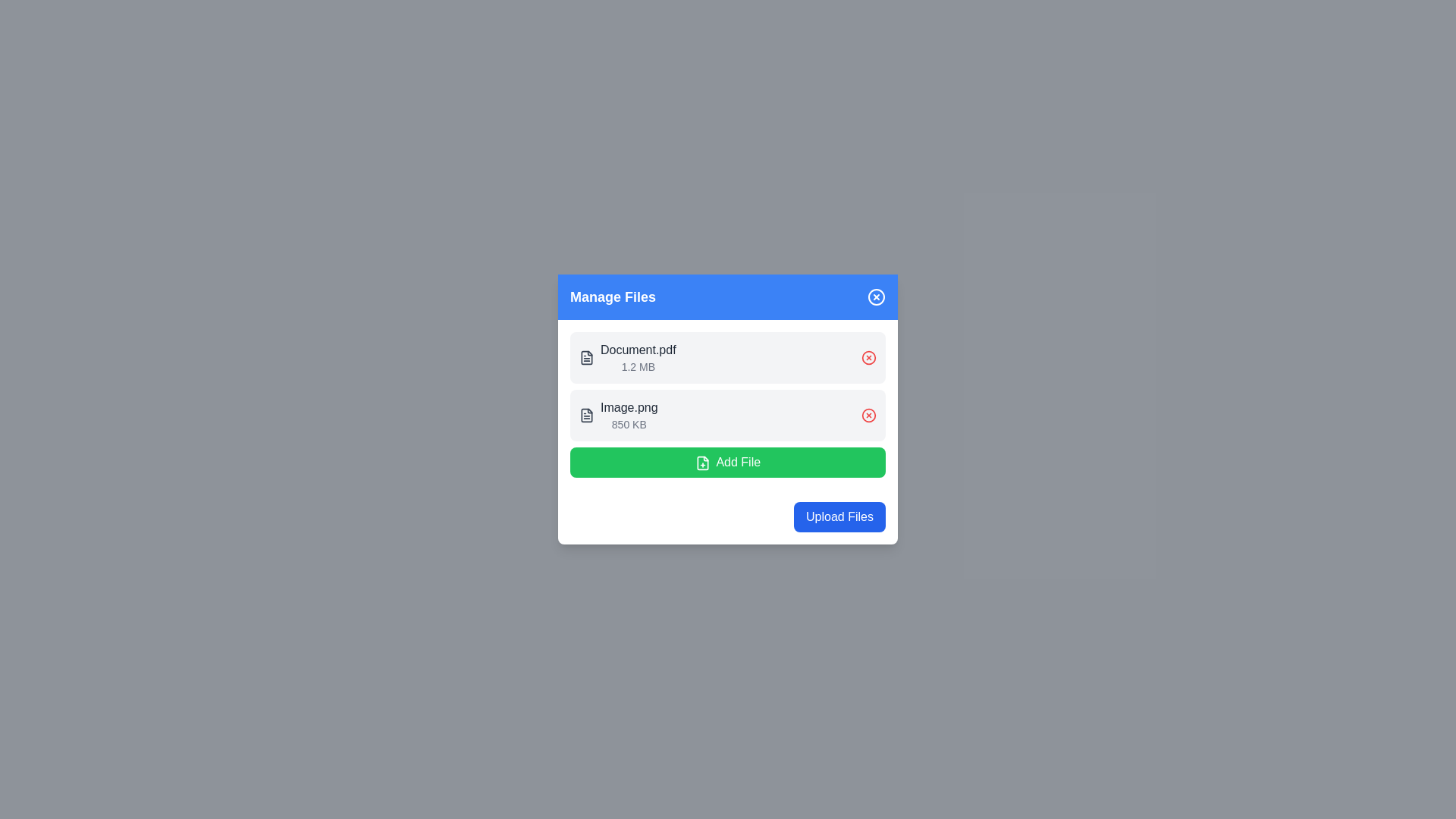 The width and height of the screenshot is (1456, 819). I want to click on the descriptive text label positioned on the left side of the blue header bar in the file management panel, so click(613, 297).